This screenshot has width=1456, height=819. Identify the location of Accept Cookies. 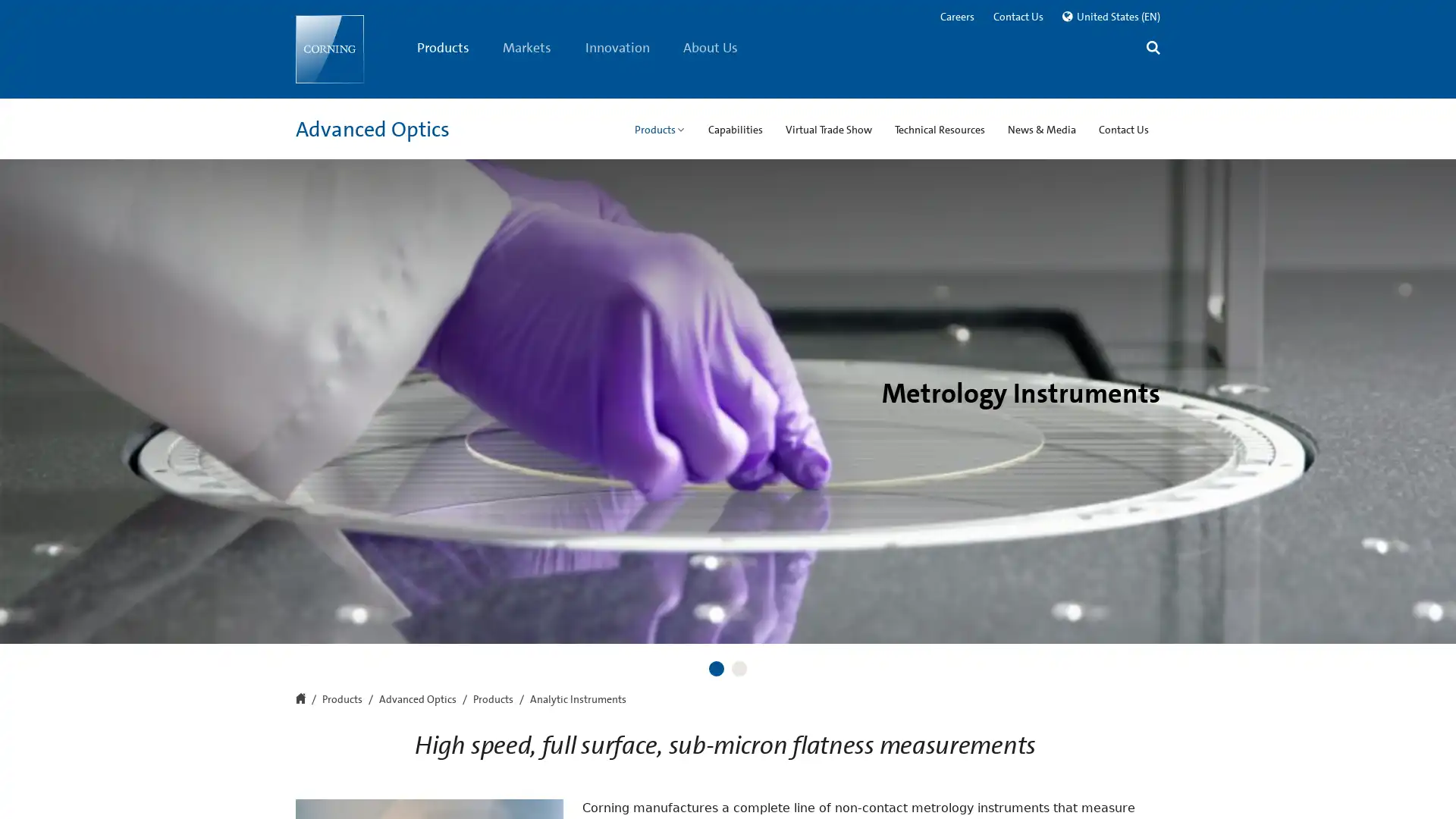
(1230, 785).